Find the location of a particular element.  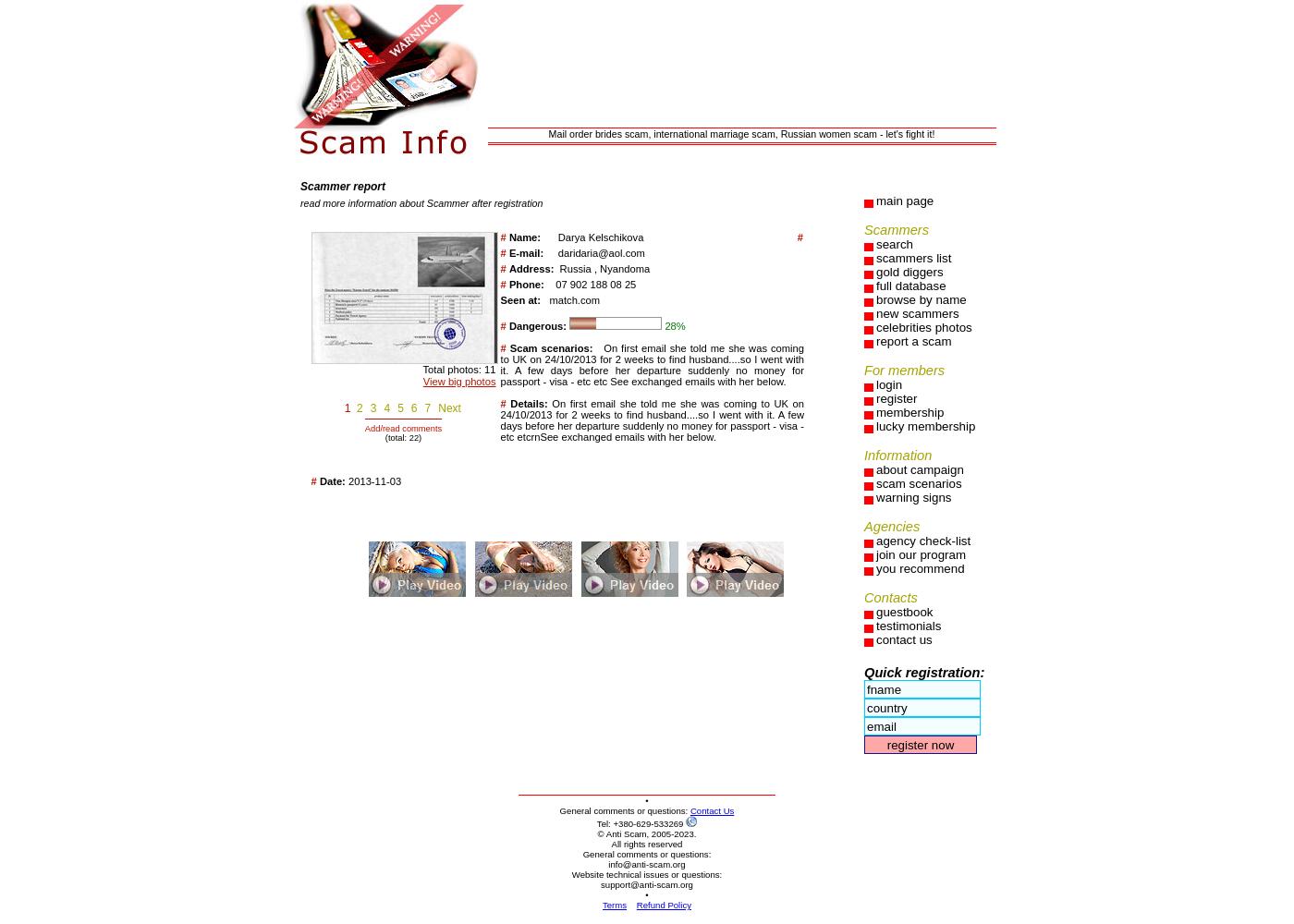

'All rights reserved' is located at coordinates (610, 844).